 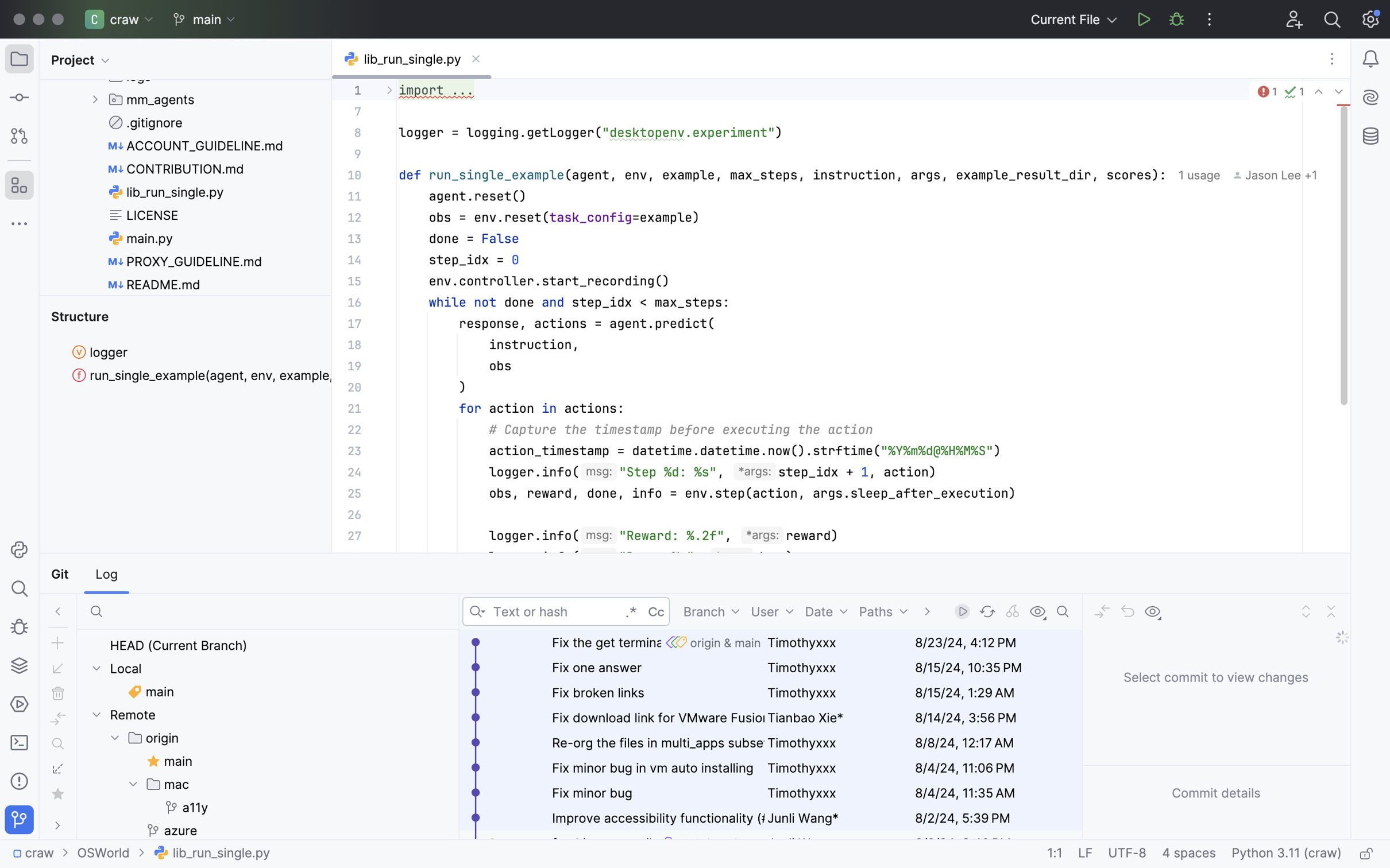 I want to click on '1', so click(x=1265, y=92).